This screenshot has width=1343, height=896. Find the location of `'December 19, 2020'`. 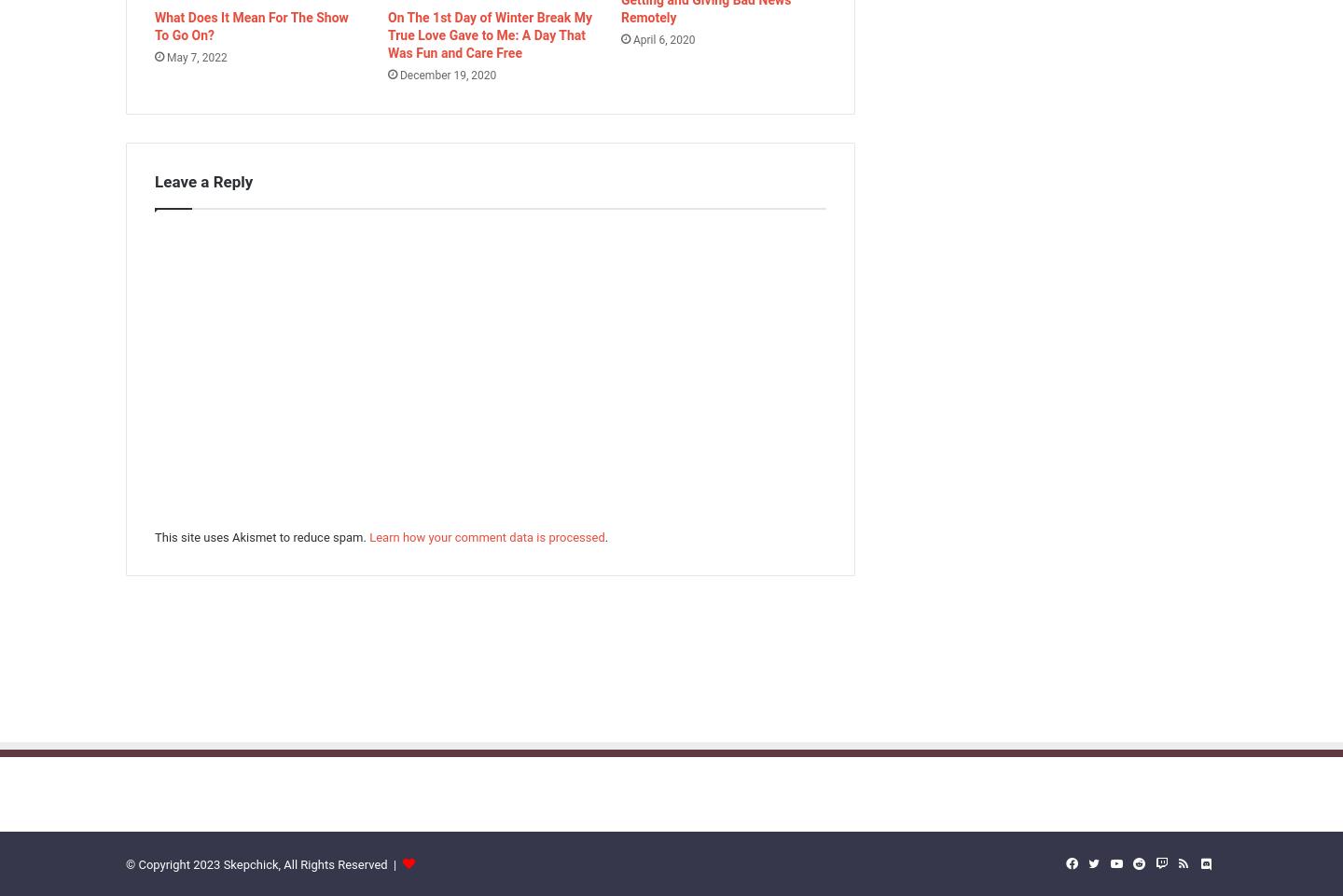

'December 19, 2020' is located at coordinates (447, 76).